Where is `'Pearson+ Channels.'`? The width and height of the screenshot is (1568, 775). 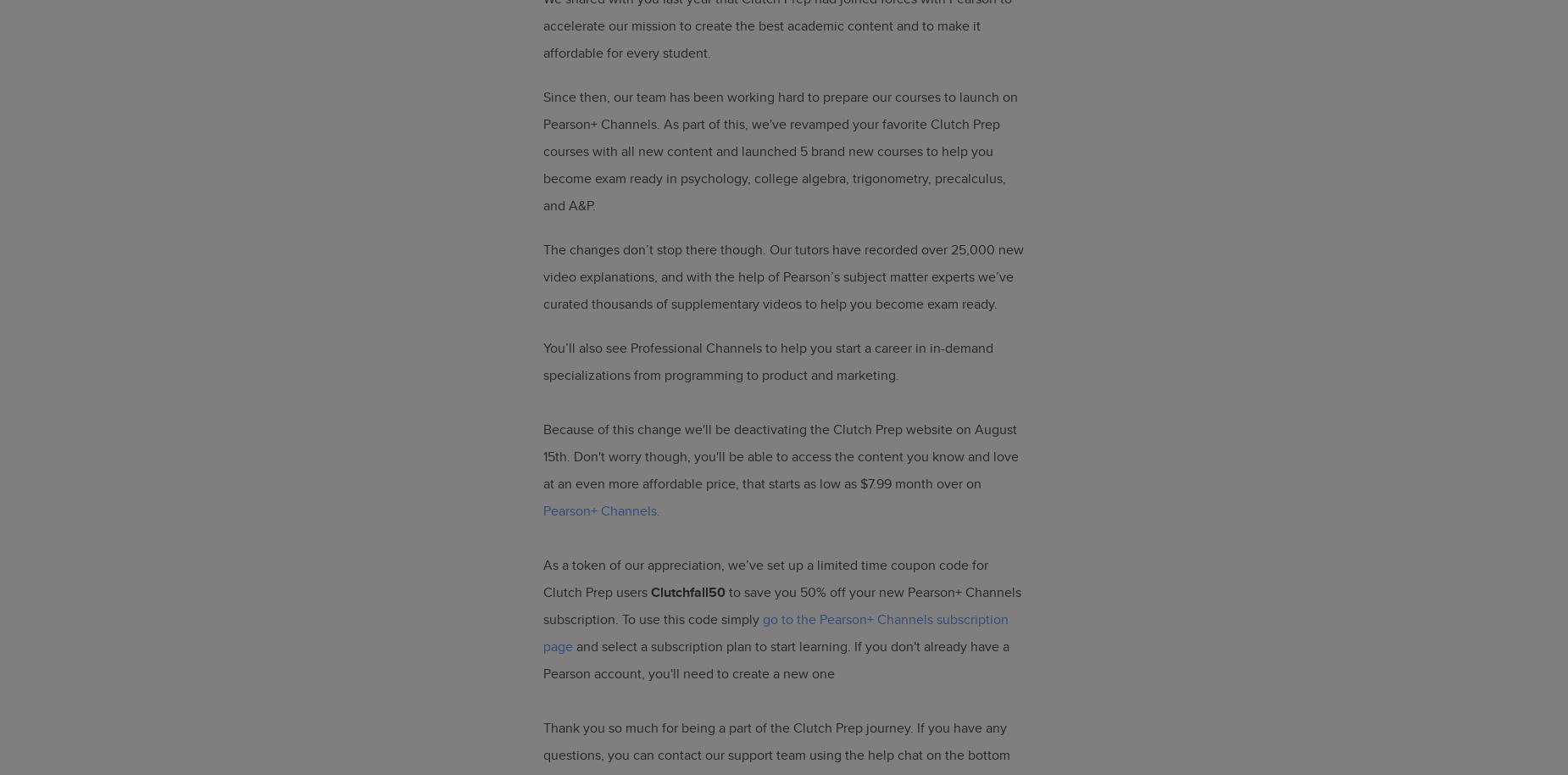 'Pearson+ Channels.' is located at coordinates (602, 510).